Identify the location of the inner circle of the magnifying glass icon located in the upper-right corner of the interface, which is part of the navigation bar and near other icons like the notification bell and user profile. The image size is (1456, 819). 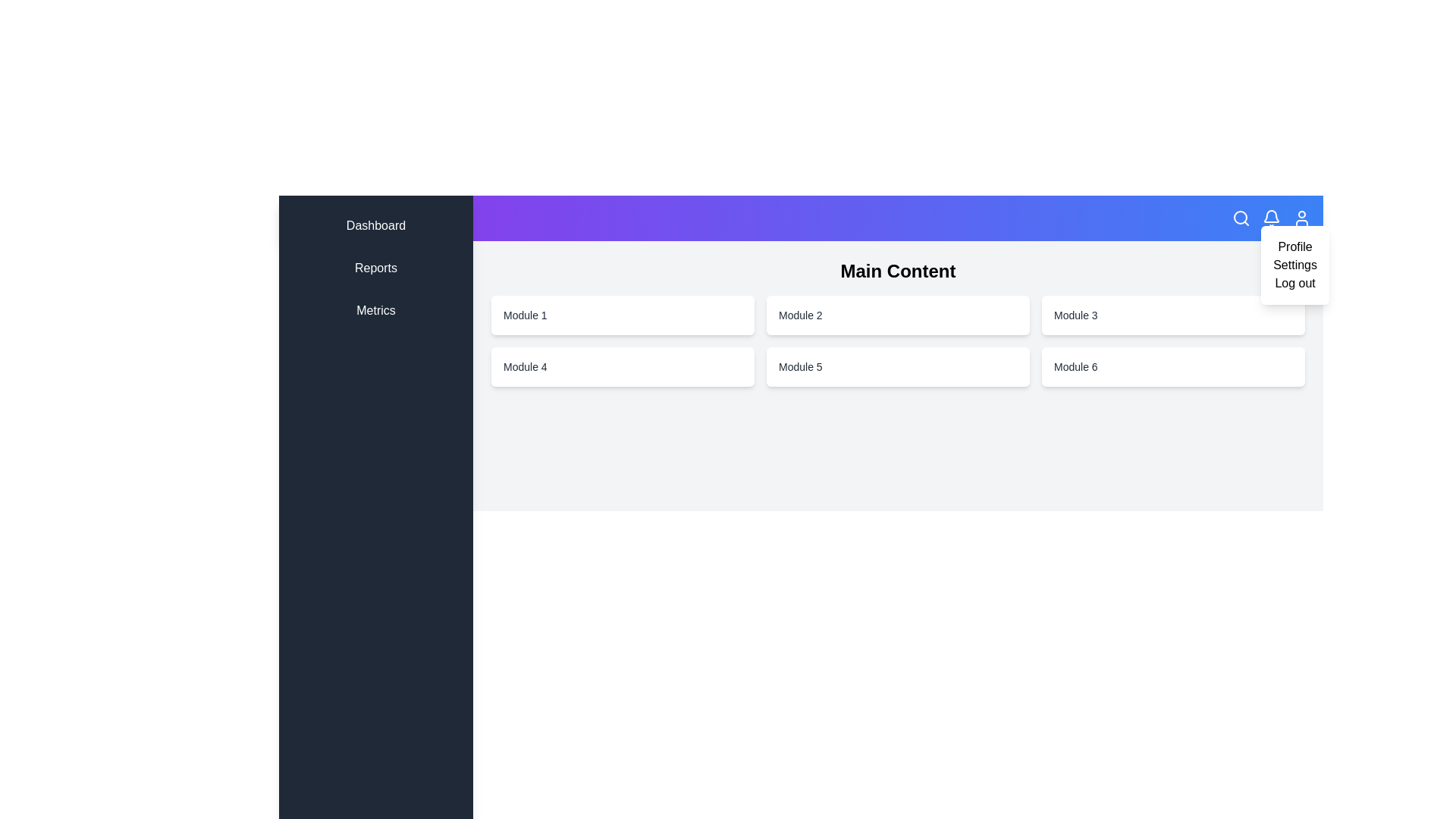
(1241, 217).